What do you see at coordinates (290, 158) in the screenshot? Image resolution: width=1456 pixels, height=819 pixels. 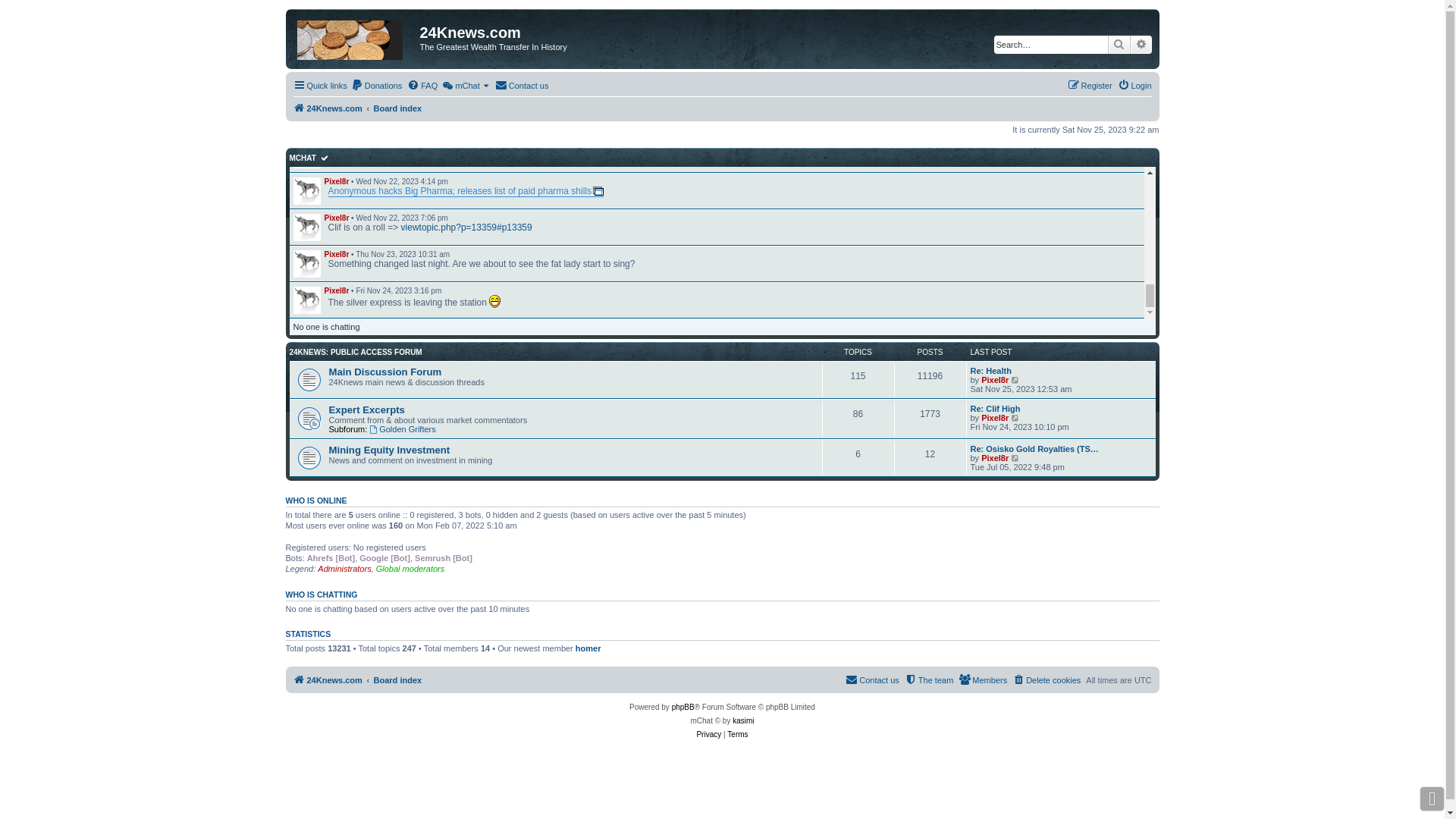 I see `'MCHAT'` at bounding box center [290, 158].